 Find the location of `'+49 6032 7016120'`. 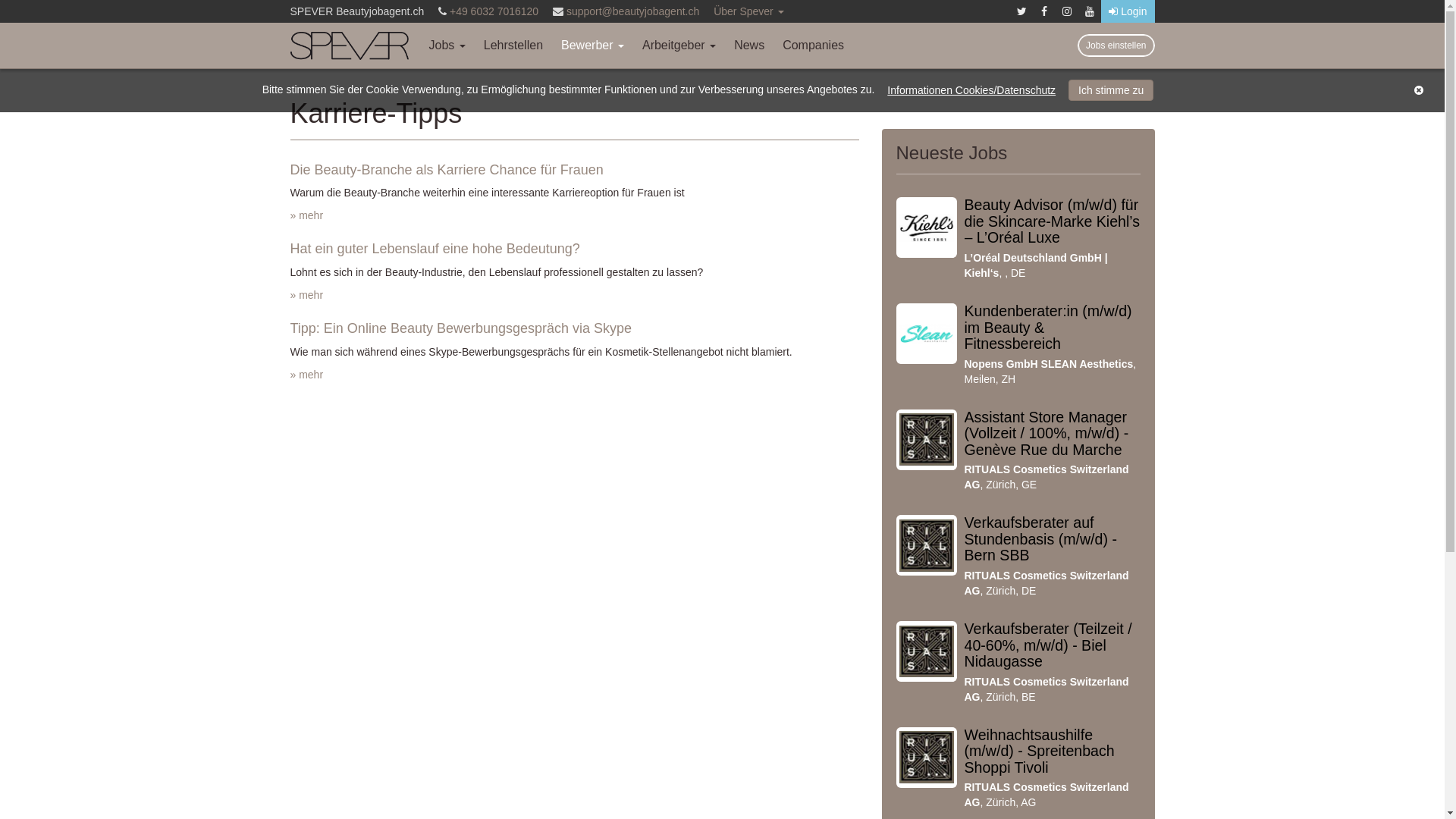

'+49 6032 7016120' is located at coordinates (494, 11).